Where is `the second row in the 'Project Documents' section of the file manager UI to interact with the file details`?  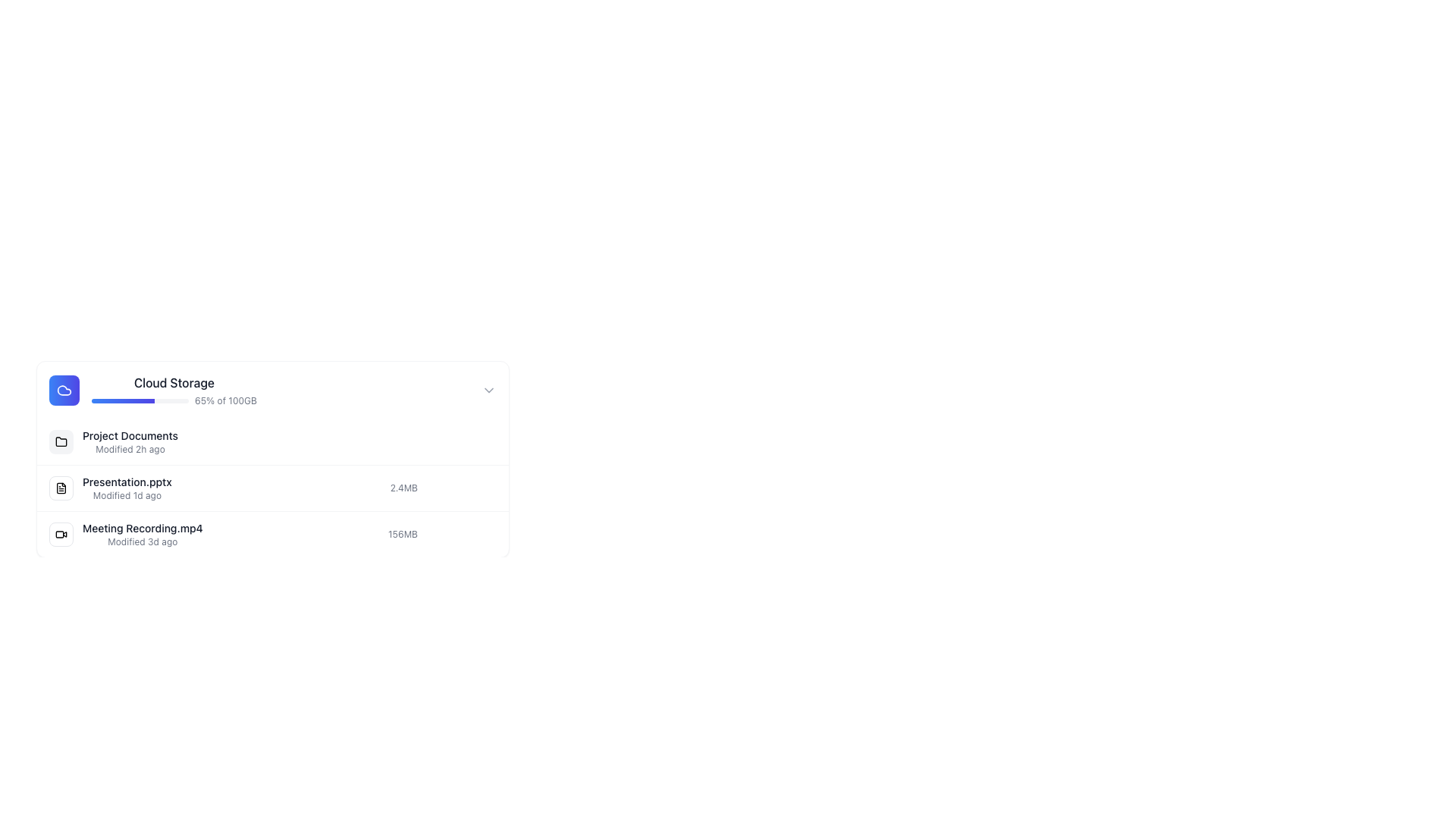
the second row in the 'Project Documents' section of the file manager UI to interact with the file details is located at coordinates (273, 488).